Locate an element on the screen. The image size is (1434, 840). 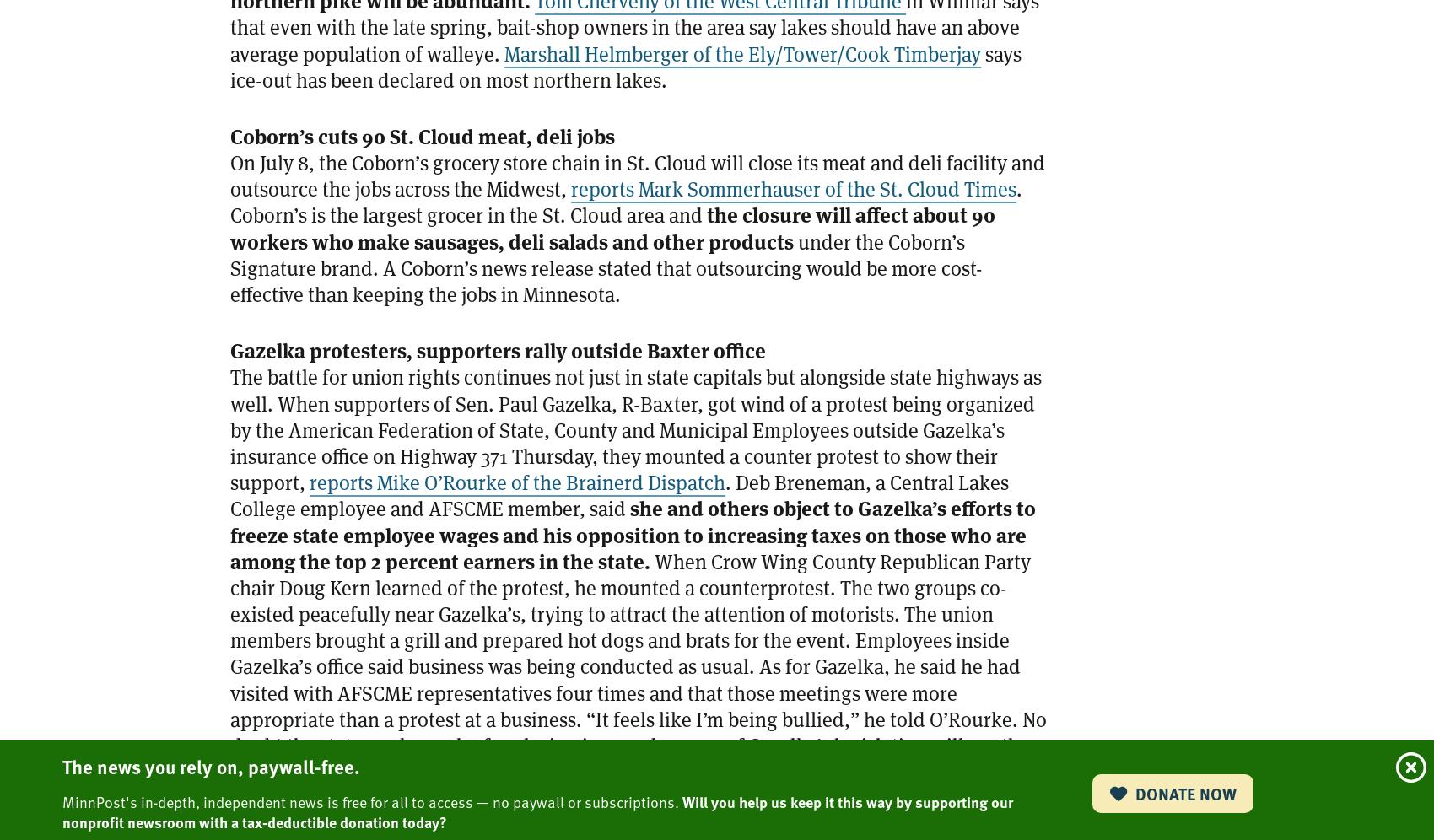
'under the Coborn’s Signature brand. A Coborn’s news release stated that outsourcing would be more cost-effective than keeping the jobs in Minnesota.' is located at coordinates (606, 267).